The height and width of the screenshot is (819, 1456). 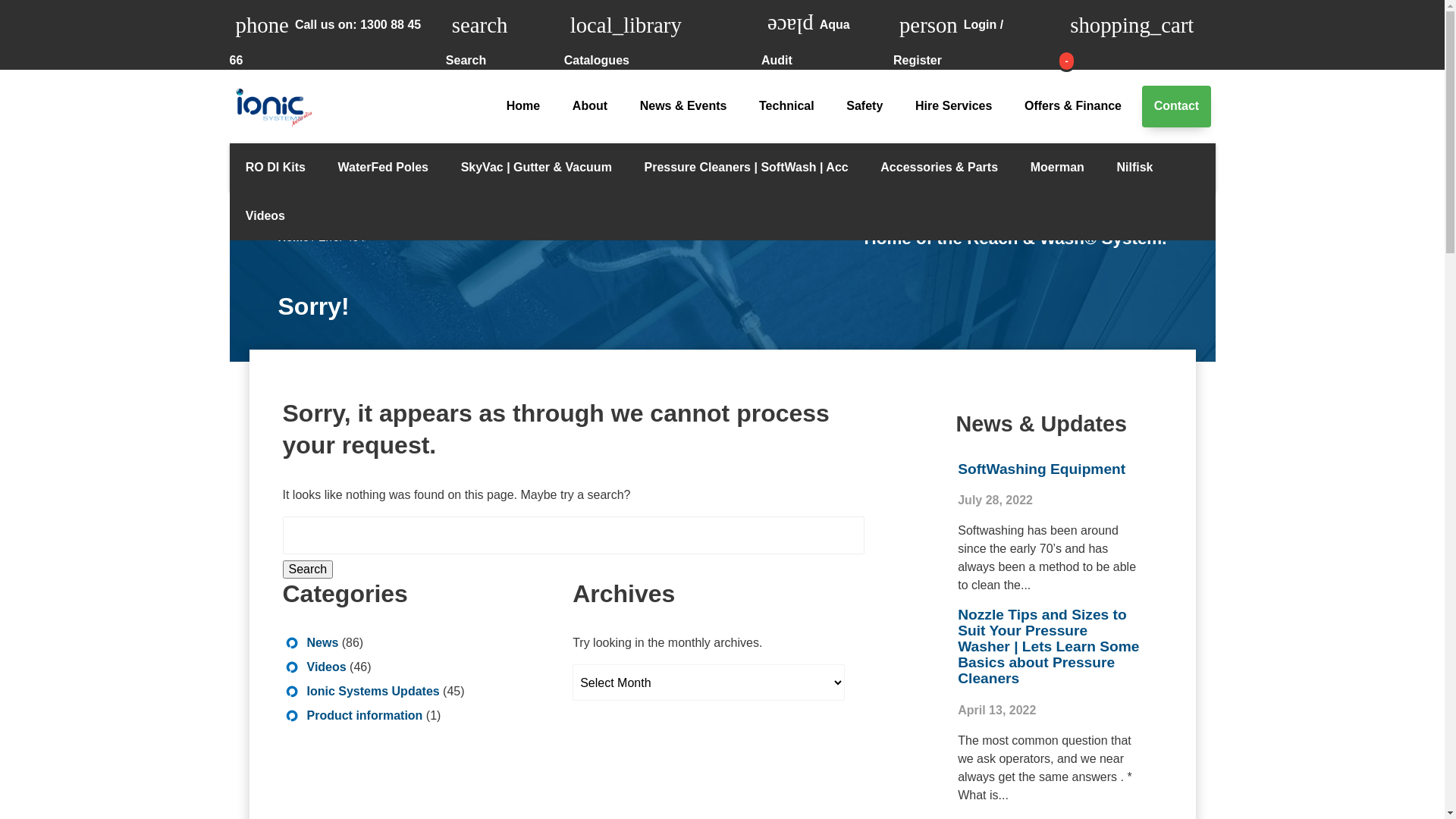 I want to click on 'Technical', so click(x=786, y=105).